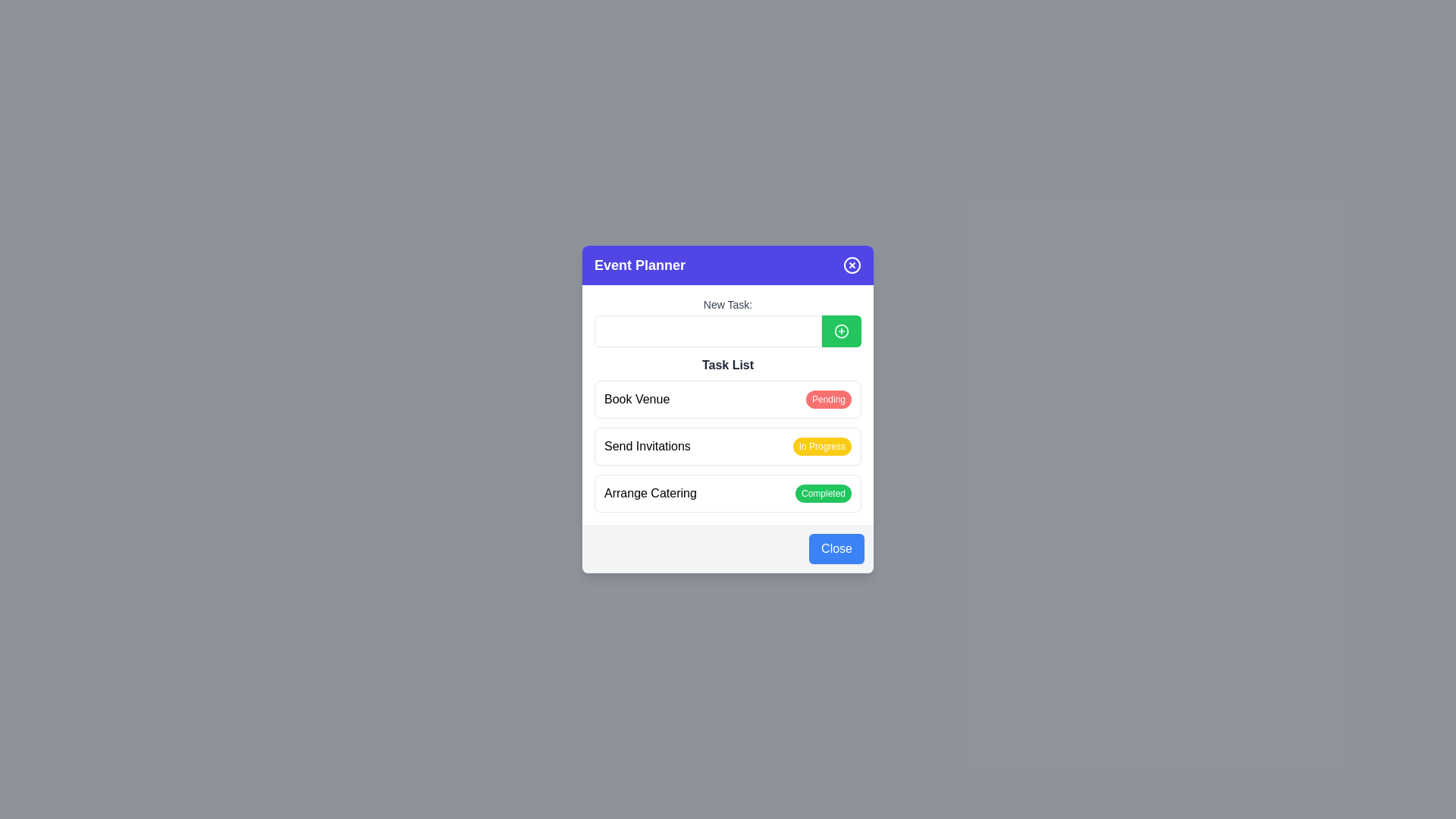 This screenshot has height=819, width=1456. Describe the element at coordinates (852, 265) in the screenshot. I see `the inner SVG Circle that is part of the 'X' icon in the top-right corner of the 'Event Planner' modal header` at that location.